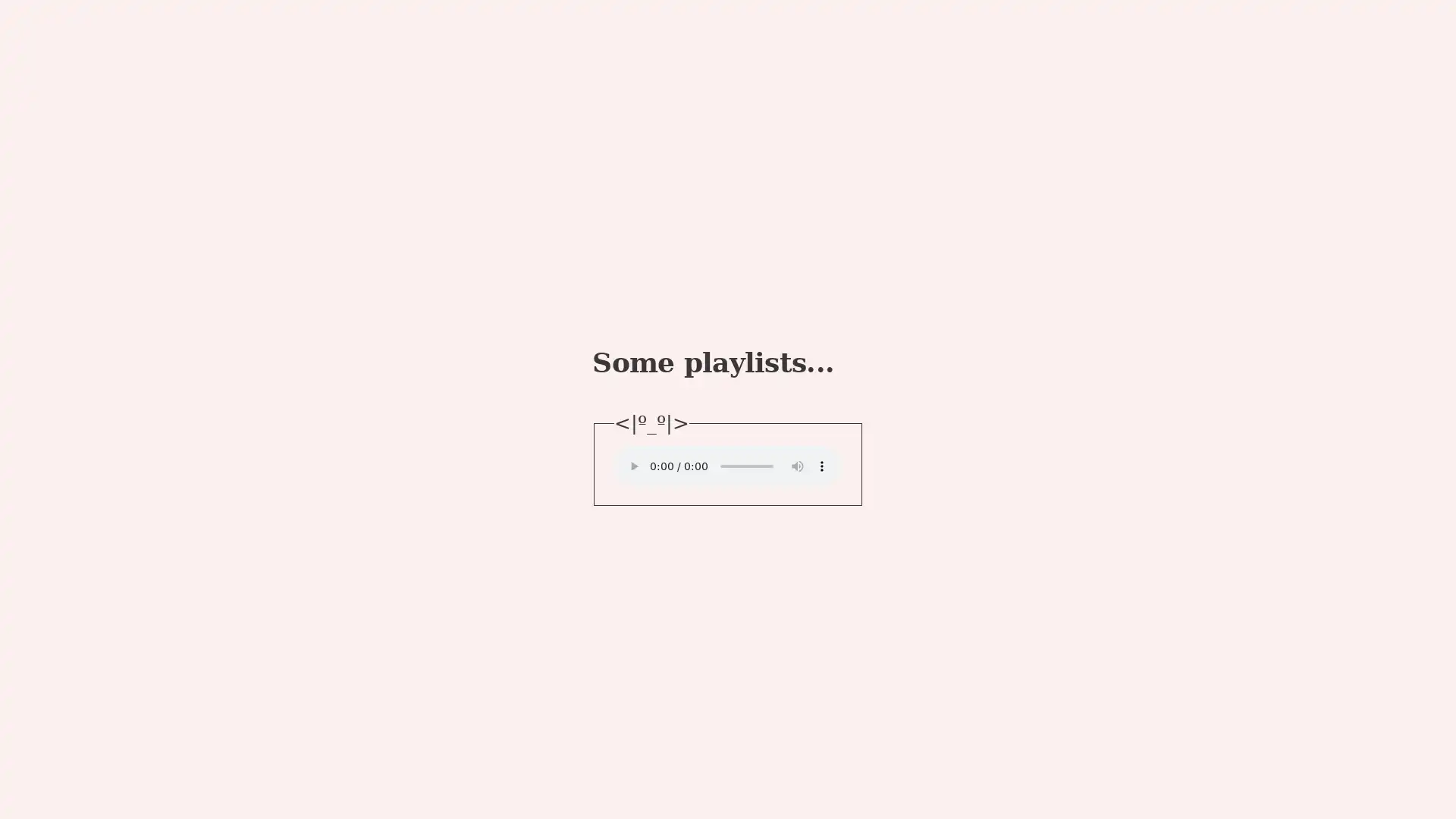 Image resolution: width=1456 pixels, height=819 pixels. I want to click on play, so click(633, 464).